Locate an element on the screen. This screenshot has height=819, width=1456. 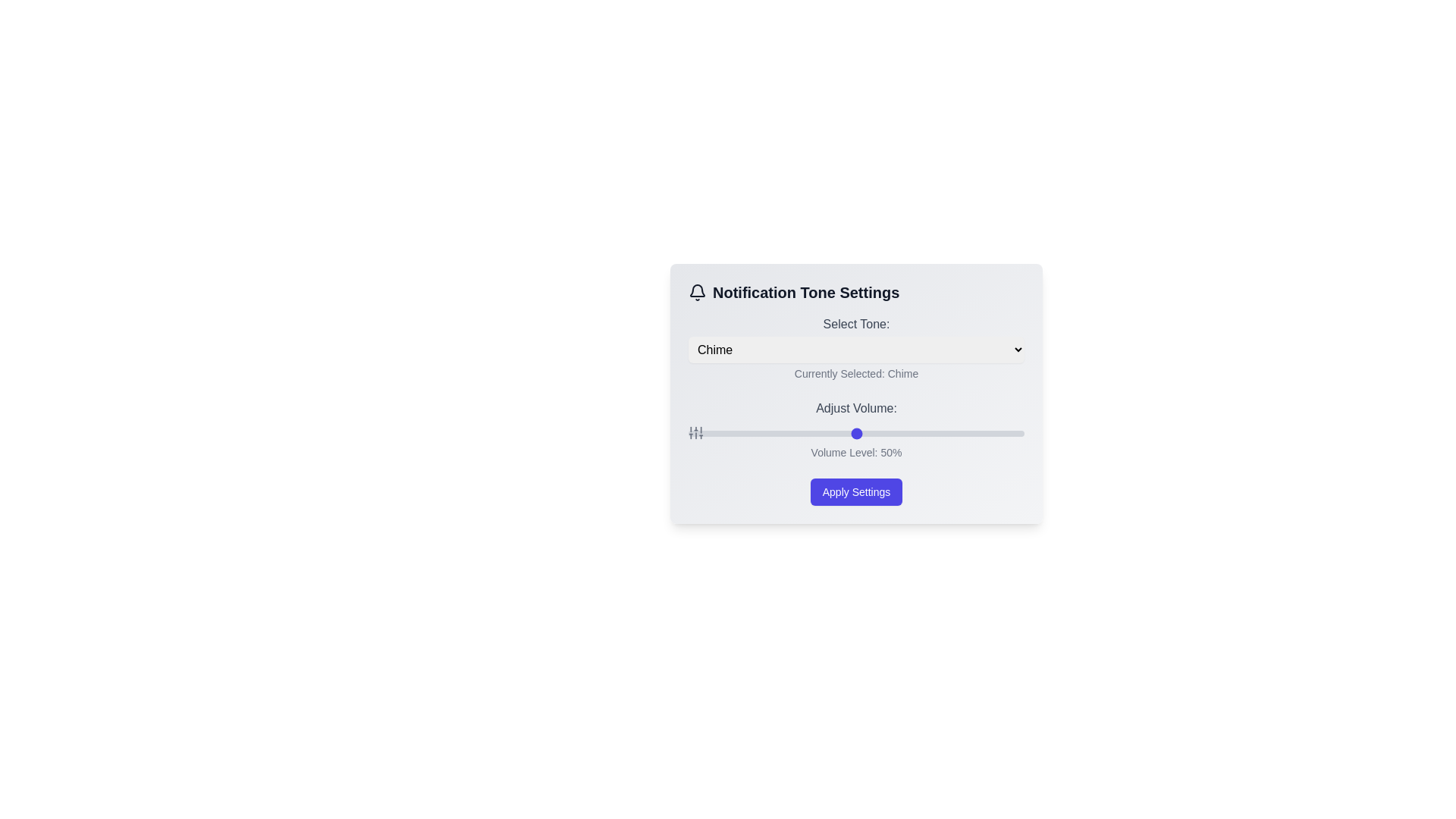
the volume level is located at coordinates (711, 433).